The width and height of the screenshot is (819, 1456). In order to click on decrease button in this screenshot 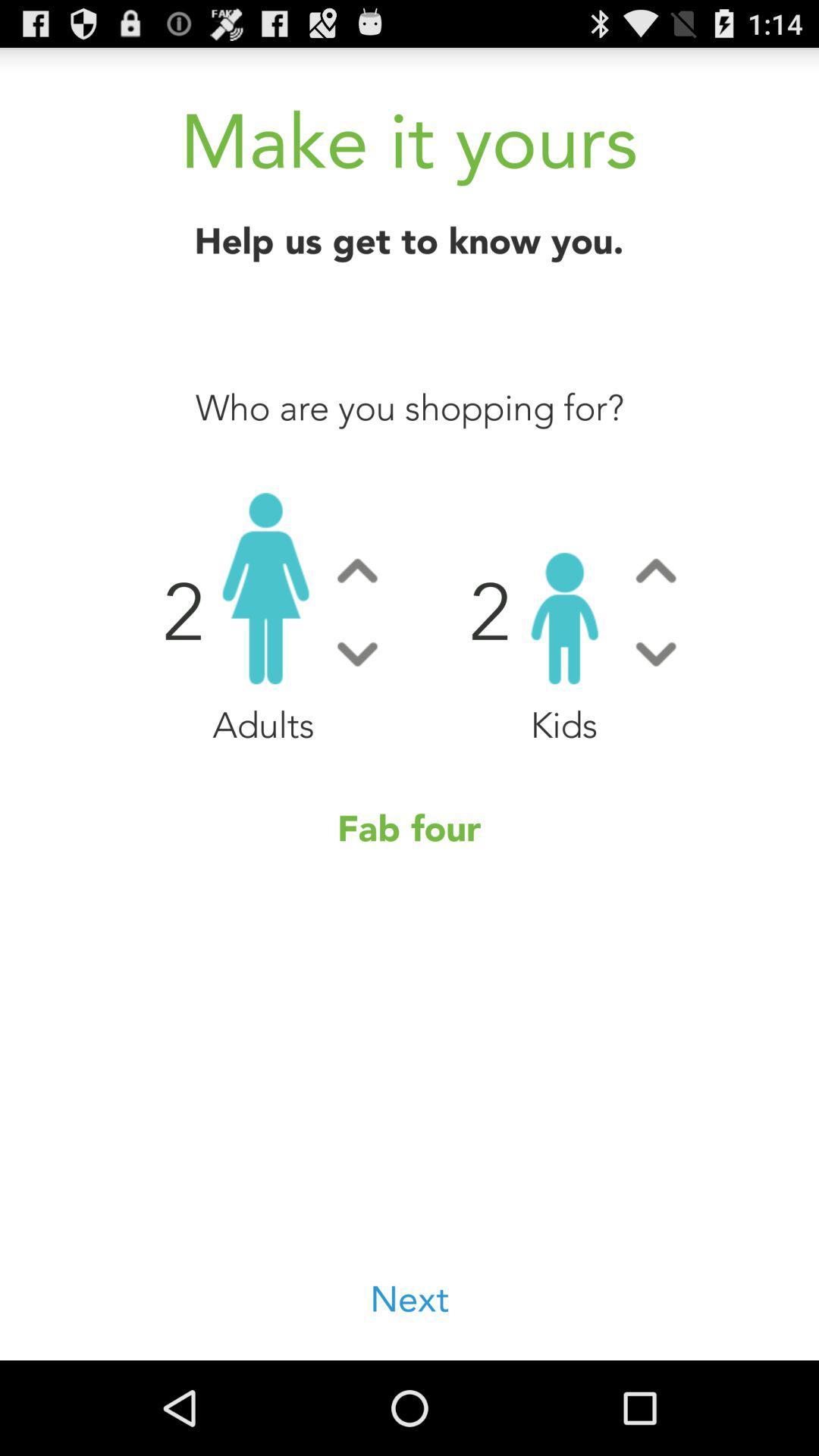, I will do `click(357, 654)`.